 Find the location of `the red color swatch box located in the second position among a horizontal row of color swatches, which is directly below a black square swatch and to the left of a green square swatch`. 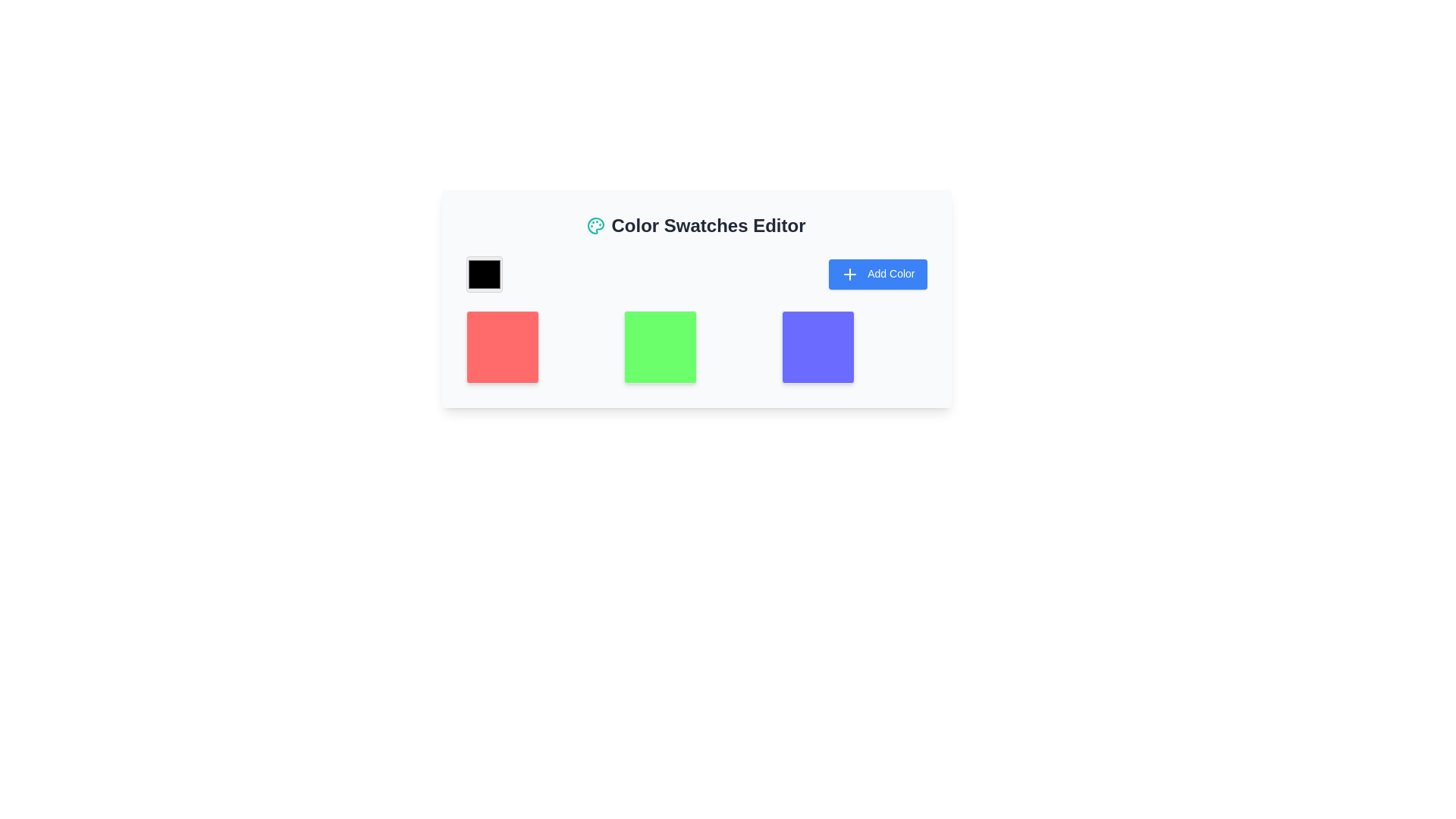

the red color swatch box located in the second position among a horizontal row of color swatches, which is directly below a black square swatch and to the left of a green square swatch is located at coordinates (502, 347).